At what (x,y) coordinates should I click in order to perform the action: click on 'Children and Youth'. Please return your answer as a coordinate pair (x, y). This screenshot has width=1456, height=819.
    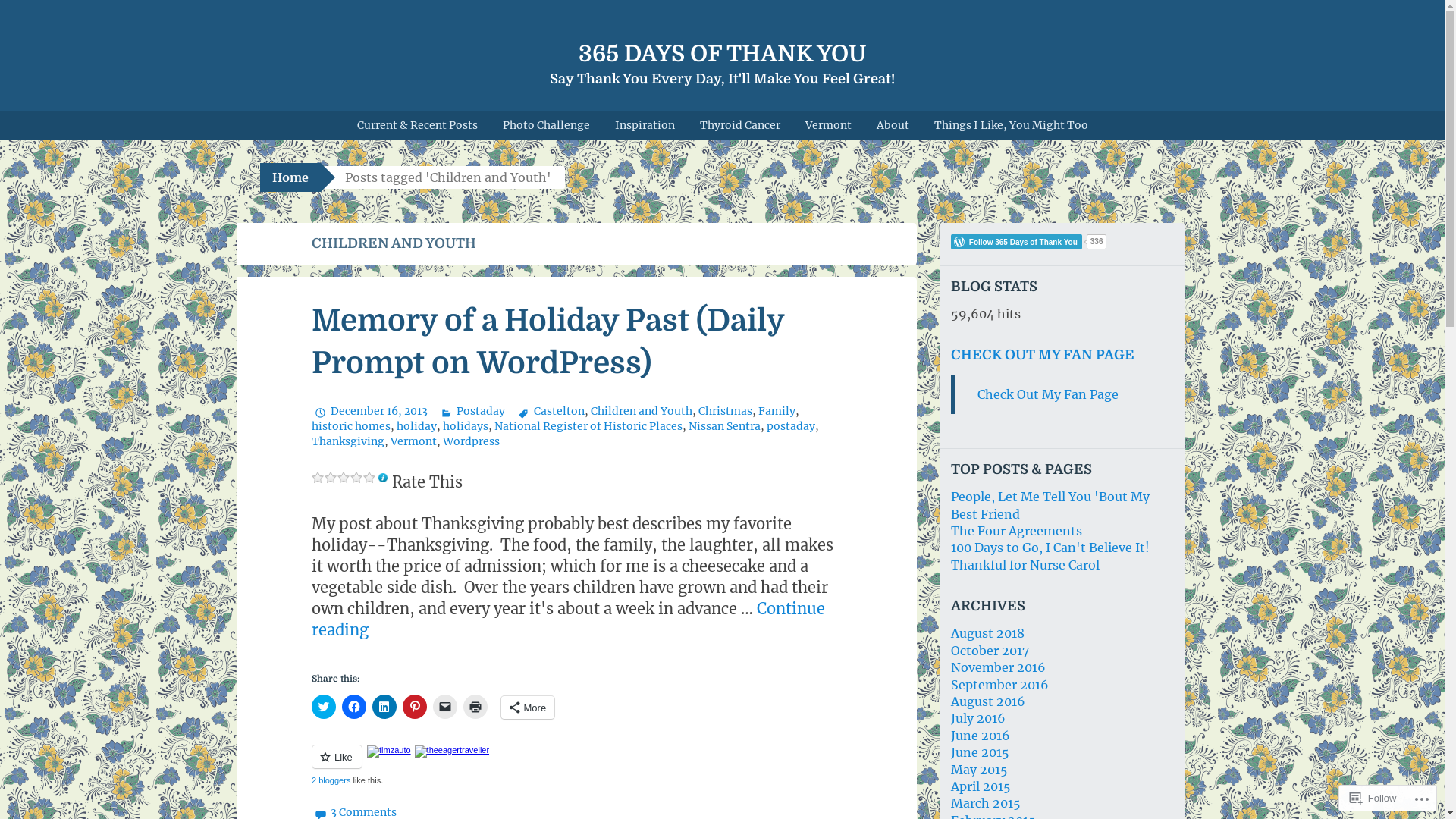
    Looking at the image, I should click on (641, 411).